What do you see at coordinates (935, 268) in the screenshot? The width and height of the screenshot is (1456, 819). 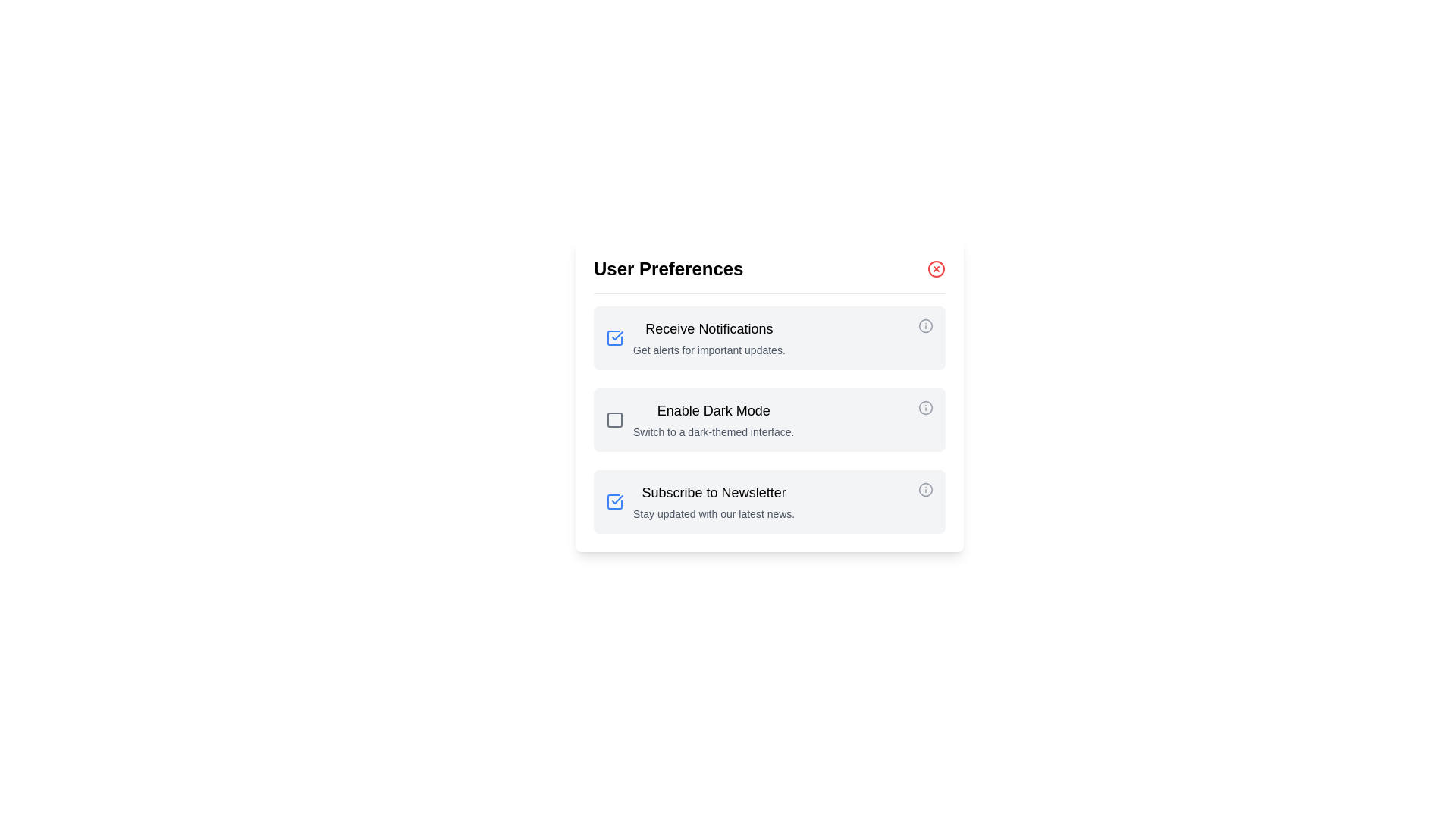 I see `the close button icon with a red 'X'` at bounding box center [935, 268].